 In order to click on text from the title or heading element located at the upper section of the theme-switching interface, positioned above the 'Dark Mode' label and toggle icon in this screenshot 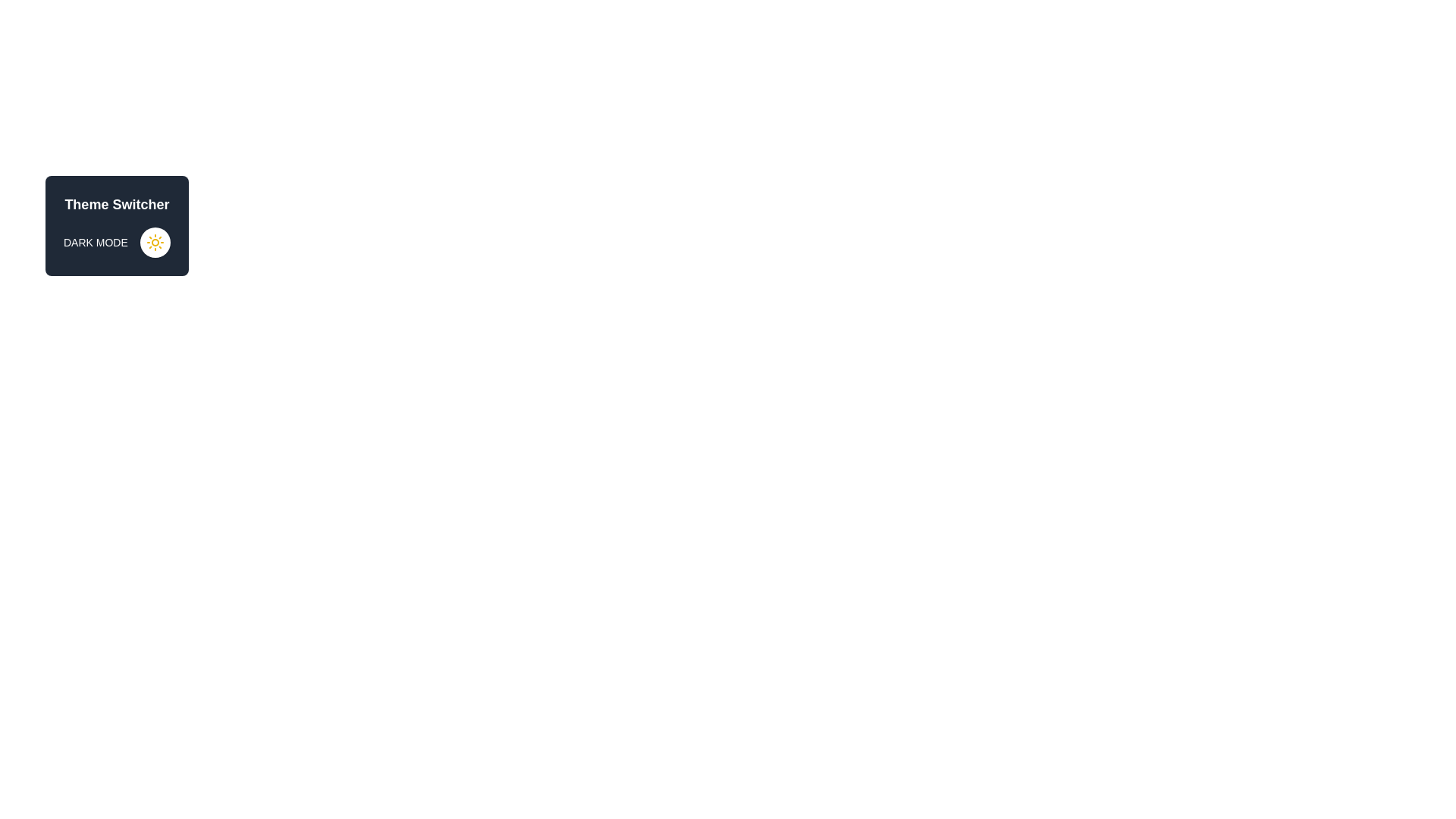, I will do `click(116, 205)`.